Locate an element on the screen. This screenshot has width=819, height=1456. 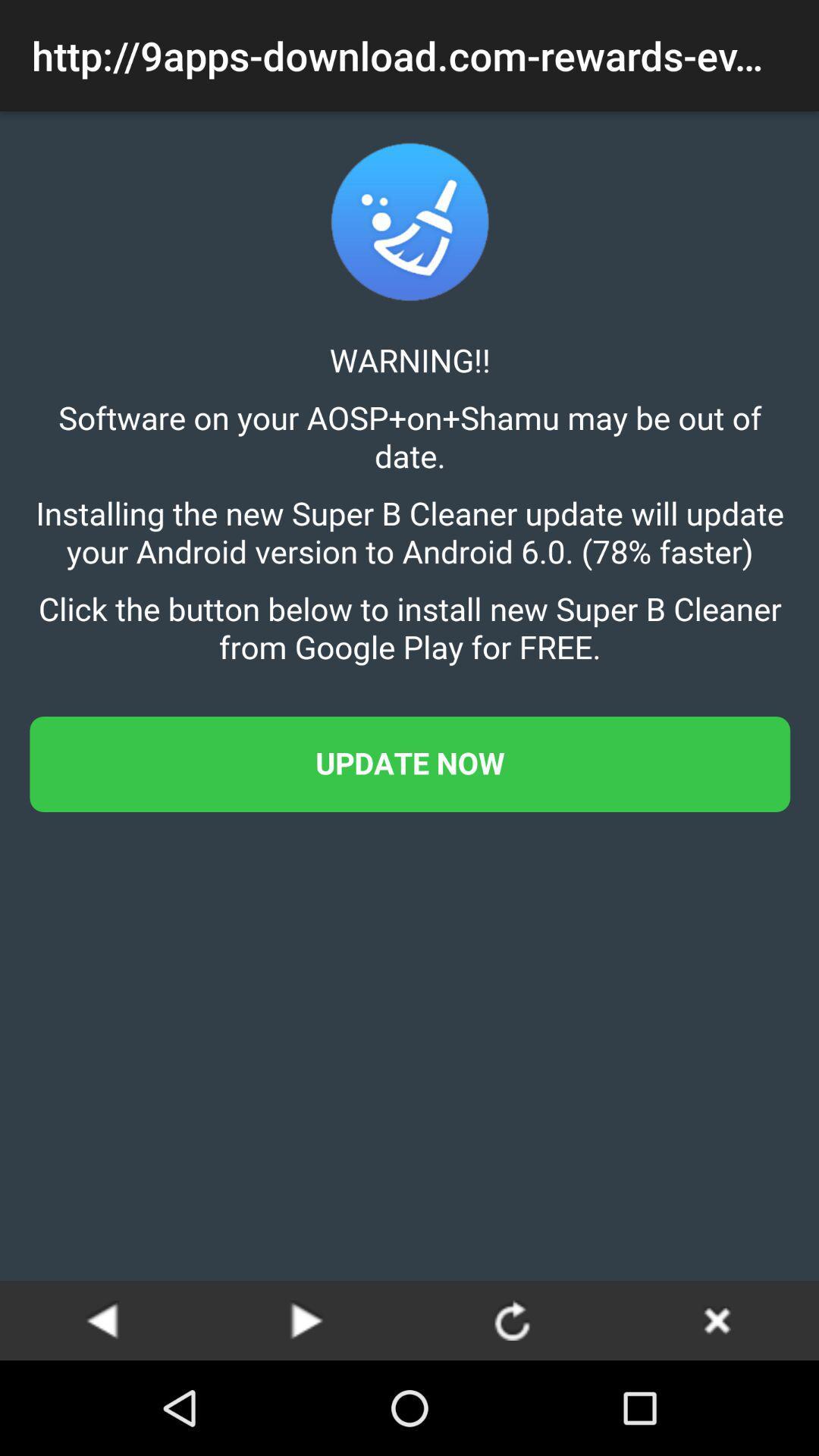
go back is located at coordinates (102, 1319).